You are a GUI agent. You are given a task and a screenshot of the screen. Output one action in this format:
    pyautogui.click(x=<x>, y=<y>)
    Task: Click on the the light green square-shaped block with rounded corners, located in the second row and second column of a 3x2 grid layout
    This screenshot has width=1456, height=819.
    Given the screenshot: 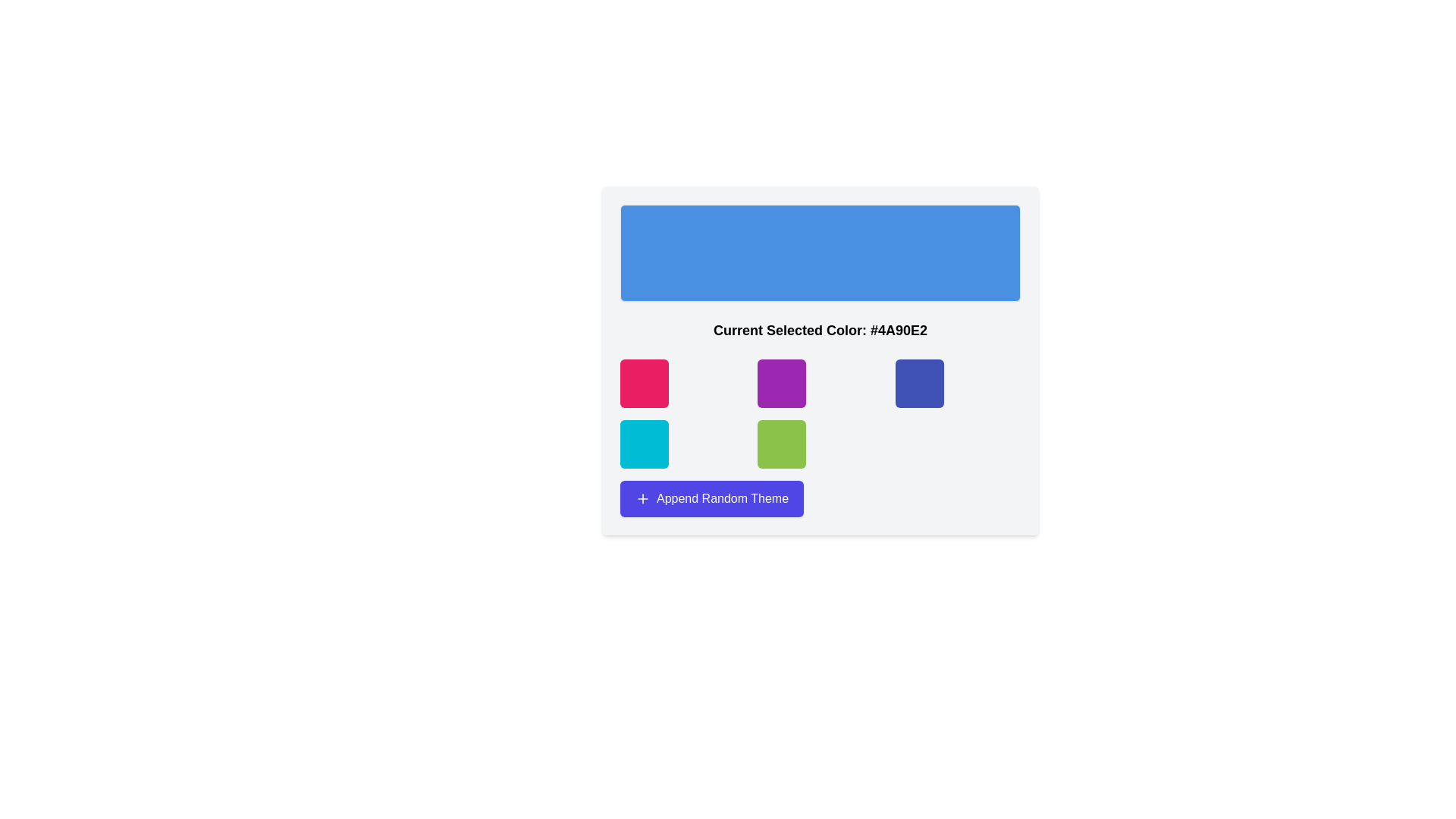 What is the action you would take?
    pyautogui.click(x=782, y=444)
    